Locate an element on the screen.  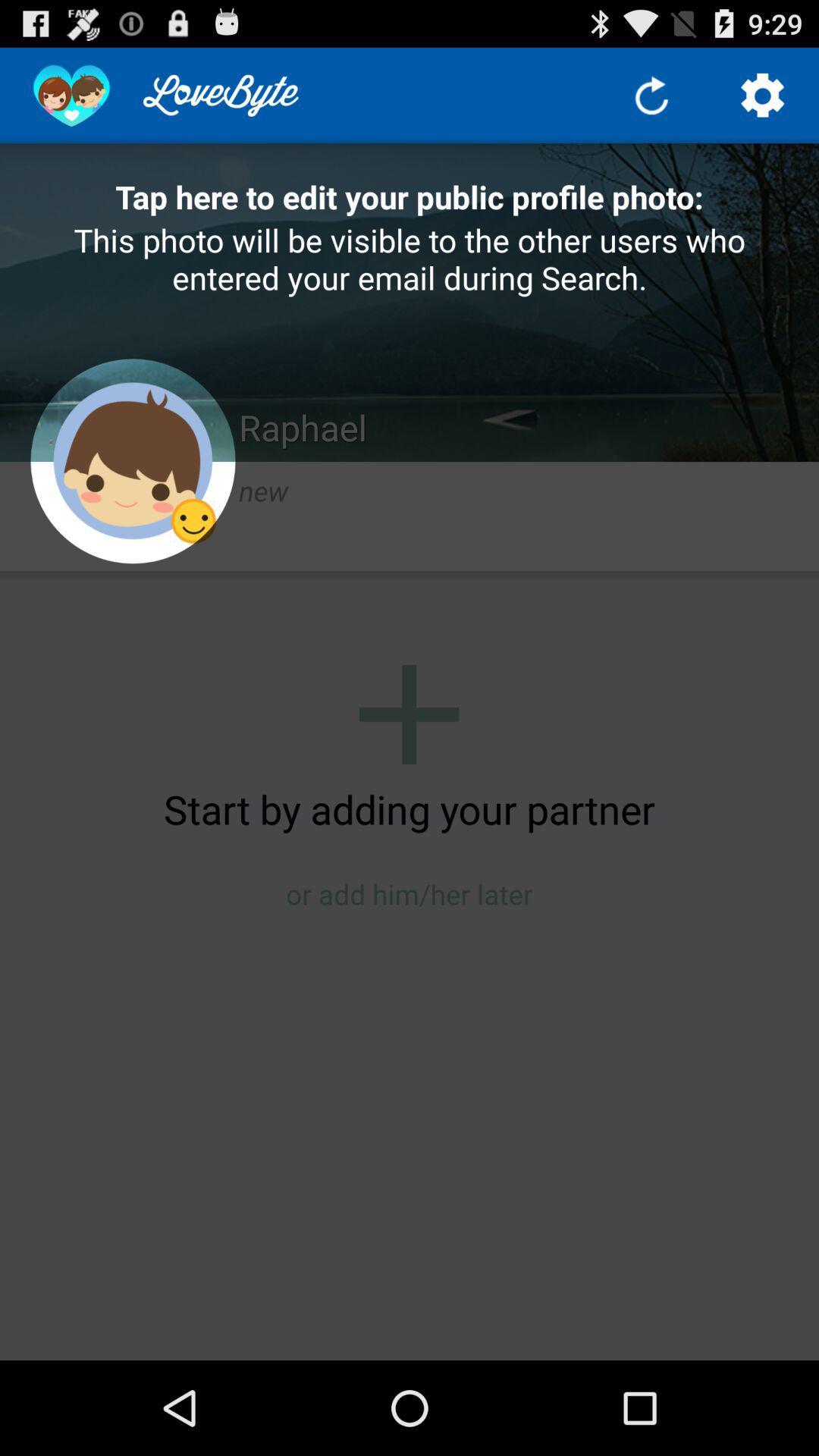
icon below the start by adding icon is located at coordinates (409, 894).